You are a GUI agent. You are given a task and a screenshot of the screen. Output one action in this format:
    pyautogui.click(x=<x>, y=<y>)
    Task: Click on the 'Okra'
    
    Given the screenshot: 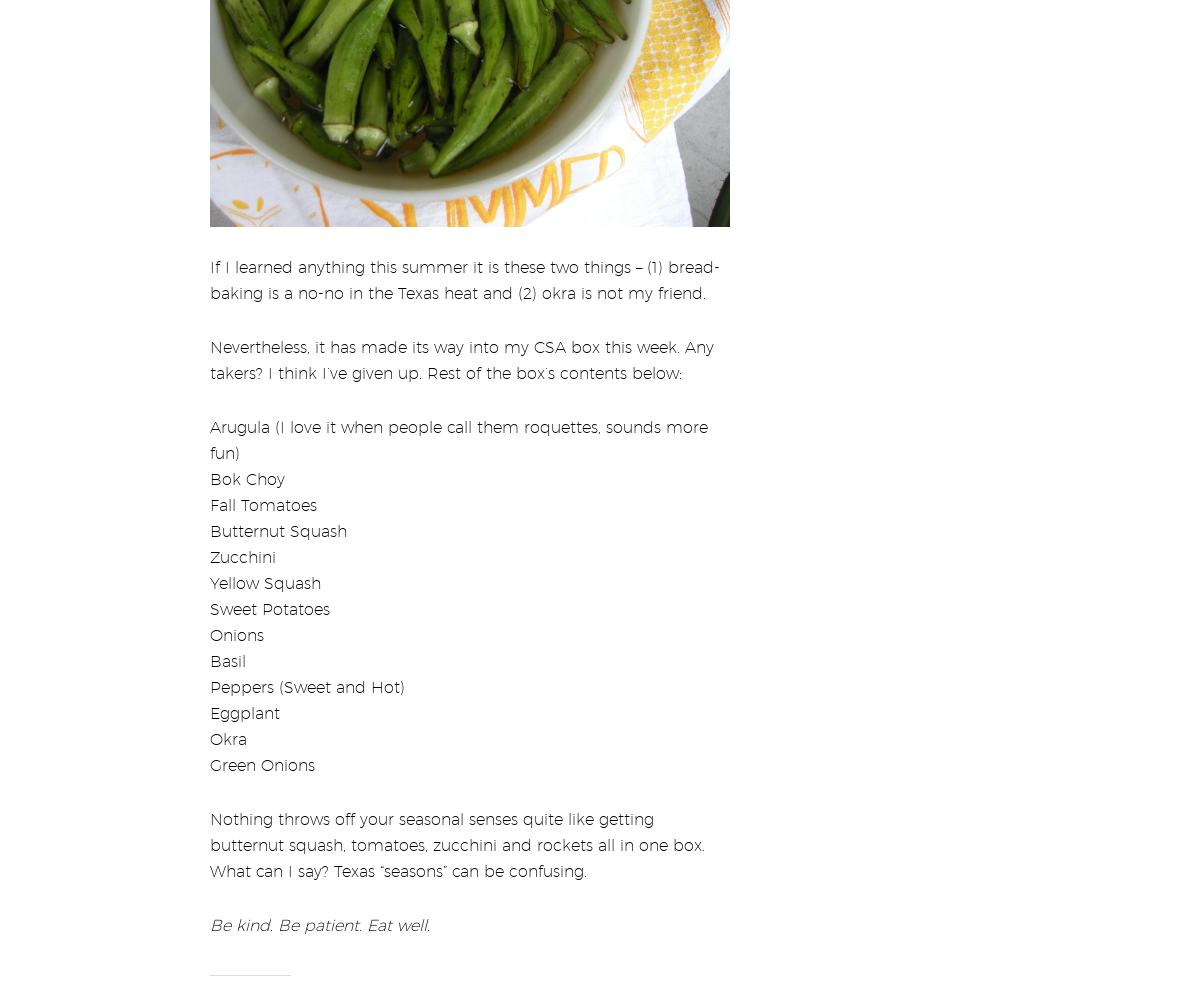 What is the action you would take?
    pyautogui.click(x=209, y=725)
    